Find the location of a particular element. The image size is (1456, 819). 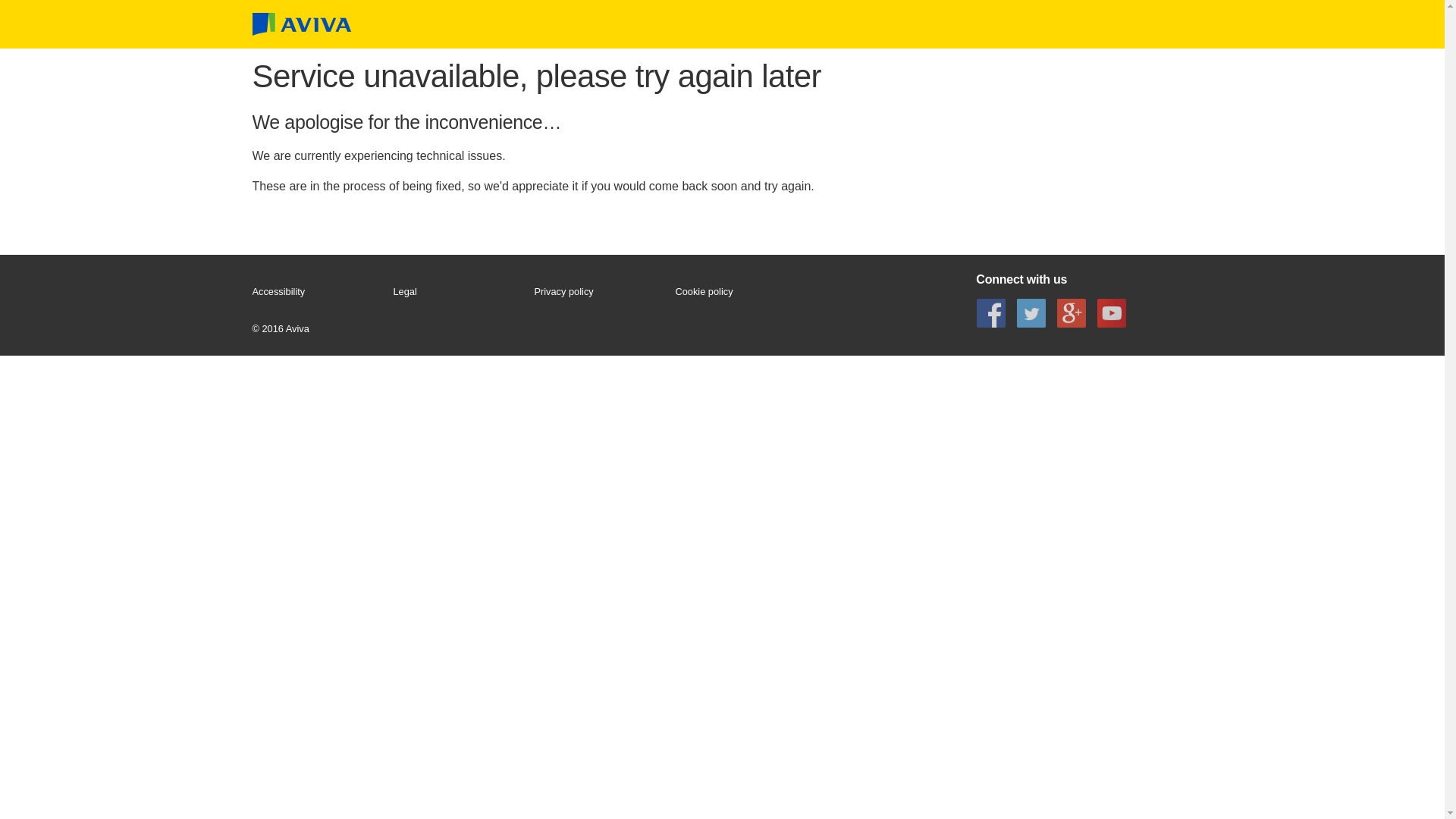

'Google+' is located at coordinates (1070, 312).